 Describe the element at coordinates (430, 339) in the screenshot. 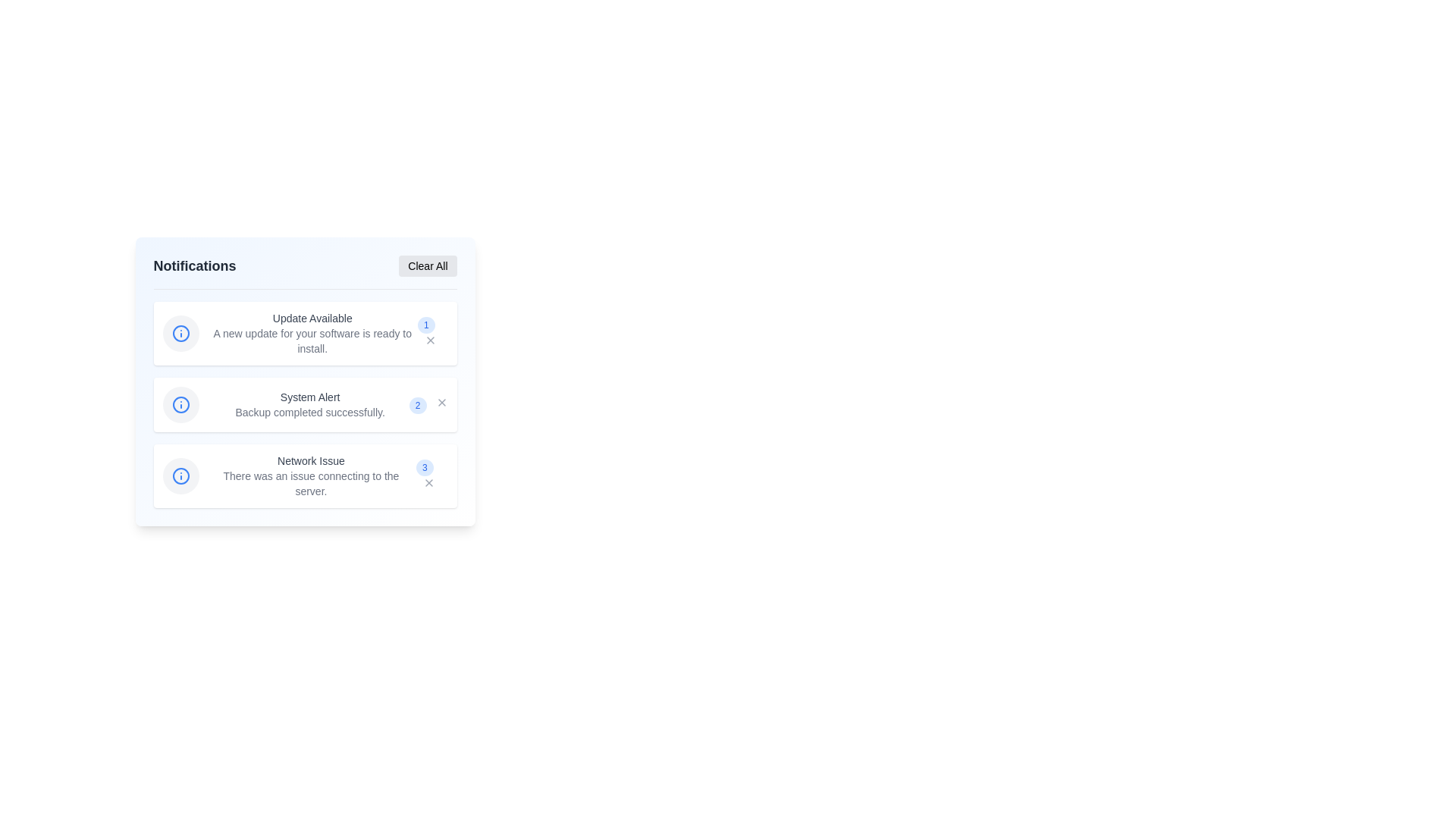

I see `the close button located at the far-right of the 'Update Available' notification` at that location.